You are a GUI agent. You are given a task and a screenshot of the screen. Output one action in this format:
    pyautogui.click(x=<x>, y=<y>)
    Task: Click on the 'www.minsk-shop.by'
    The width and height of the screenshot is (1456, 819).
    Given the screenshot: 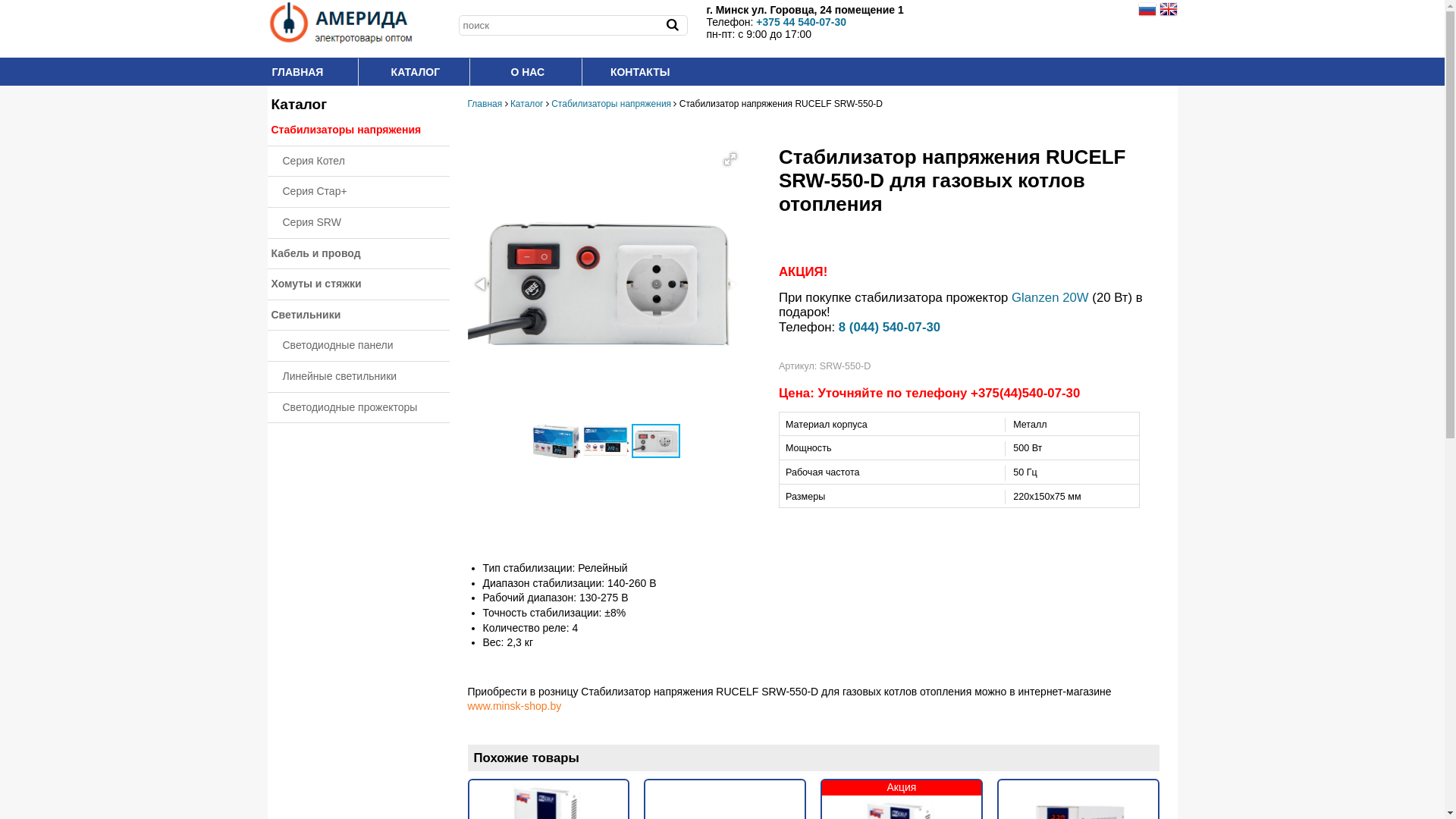 What is the action you would take?
    pyautogui.click(x=513, y=705)
    